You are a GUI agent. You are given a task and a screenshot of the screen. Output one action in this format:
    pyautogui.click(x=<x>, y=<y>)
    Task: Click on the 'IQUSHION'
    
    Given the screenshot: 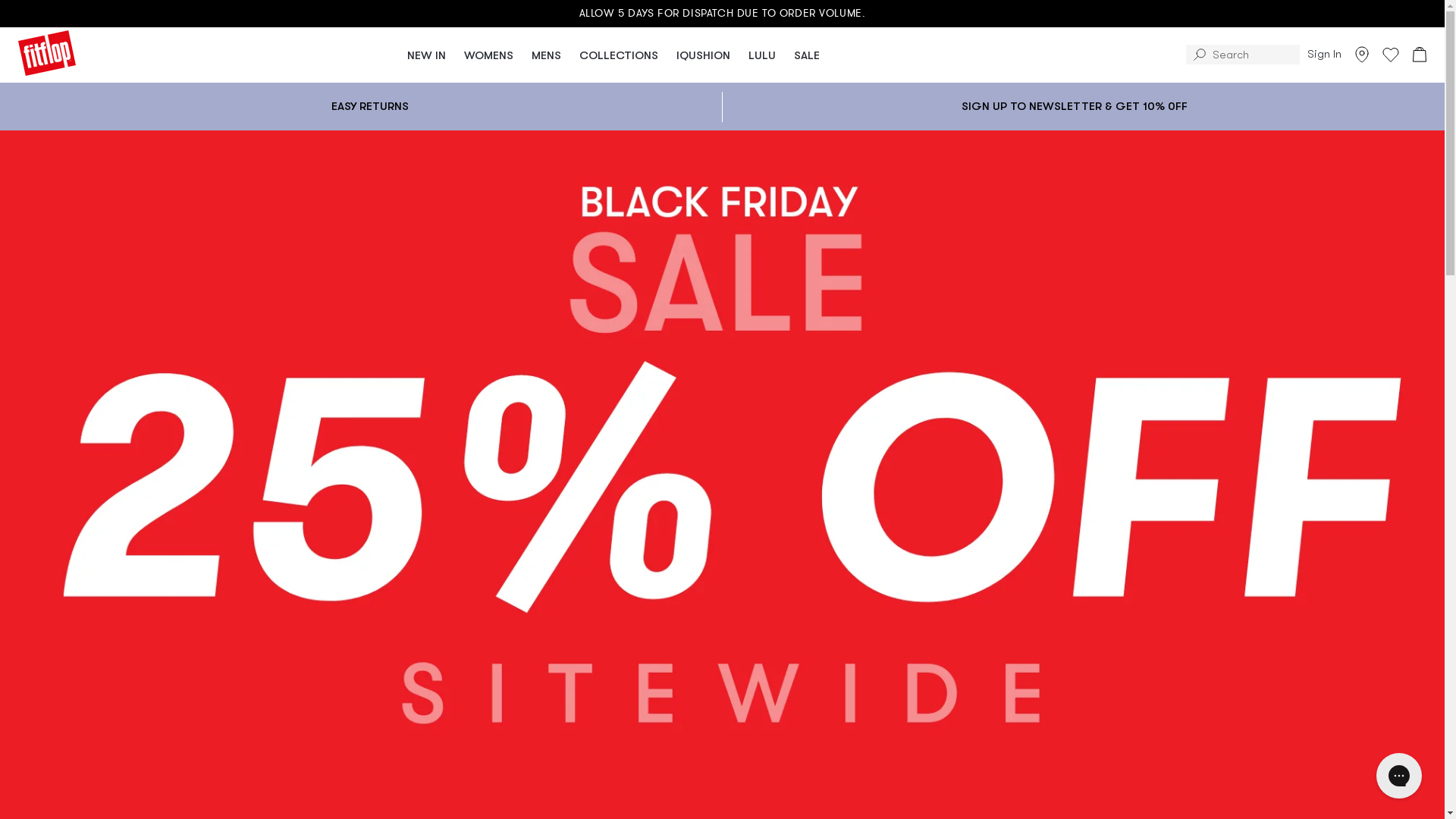 What is the action you would take?
    pyautogui.click(x=667, y=53)
    